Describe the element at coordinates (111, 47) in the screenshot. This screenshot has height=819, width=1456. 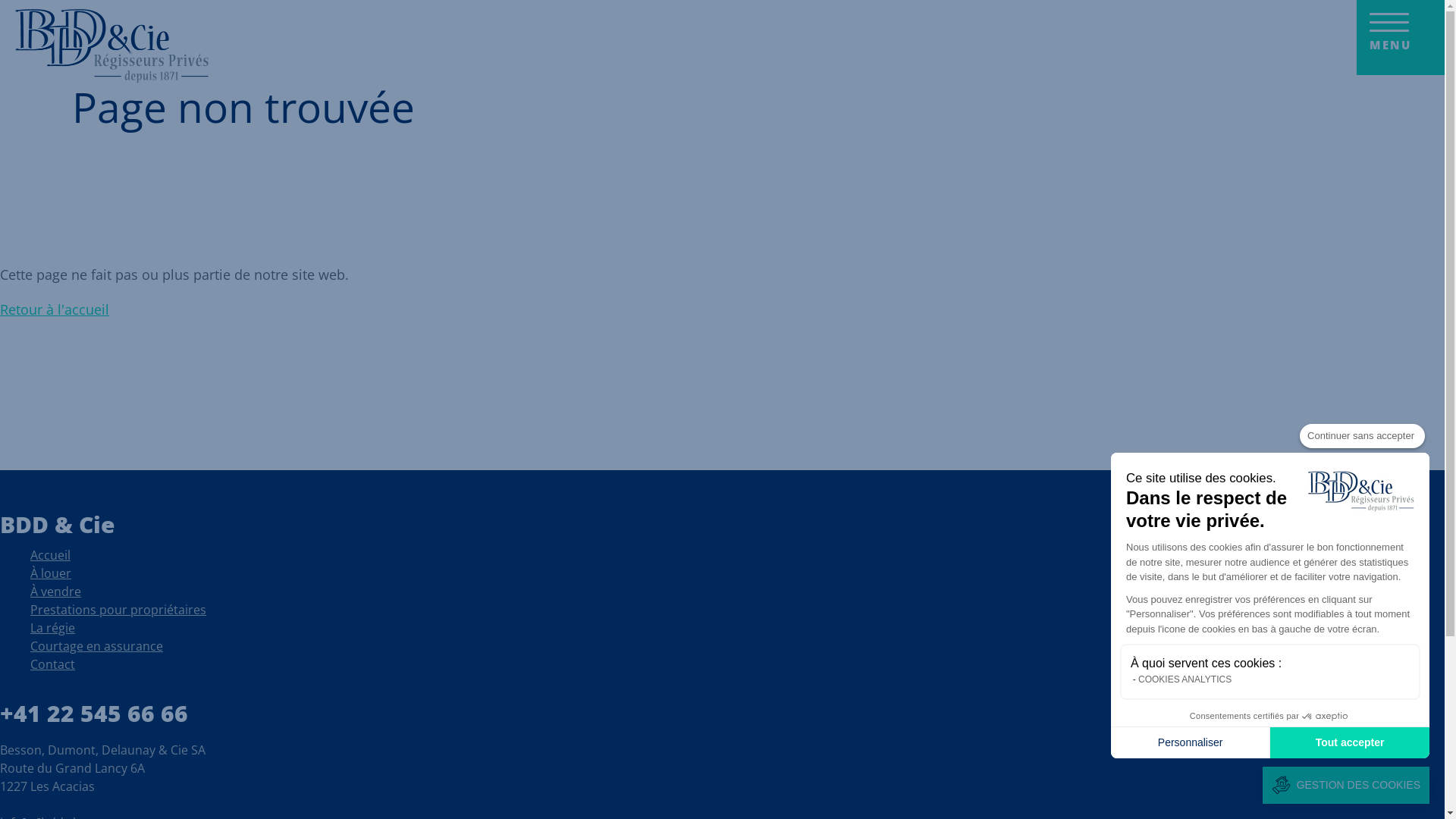
I see `'Accueil'` at that location.